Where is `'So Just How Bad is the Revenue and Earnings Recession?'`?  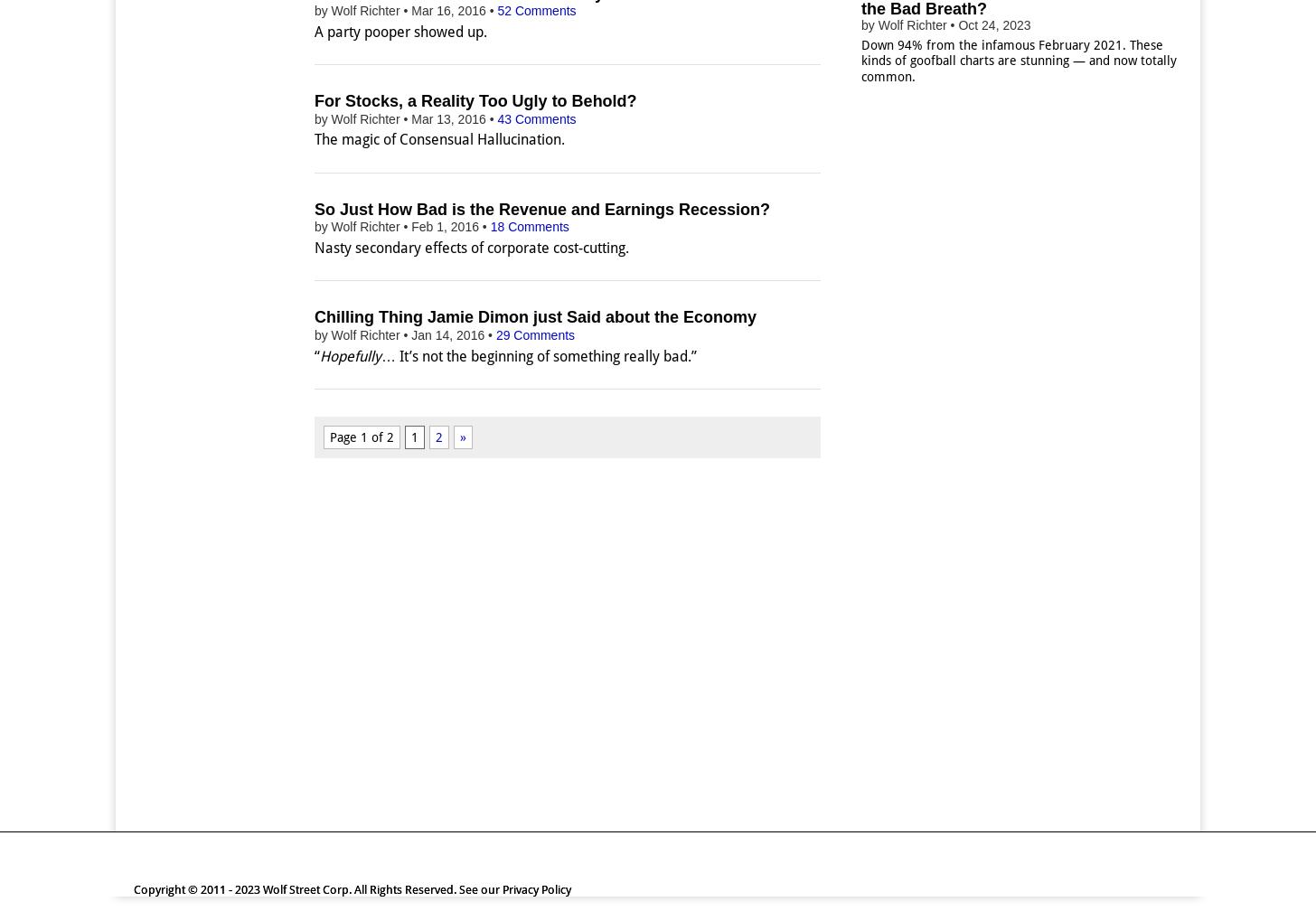
'So Just How Bad is the Revenue and Earnings Recession?' is located at coordinates (313, 209).